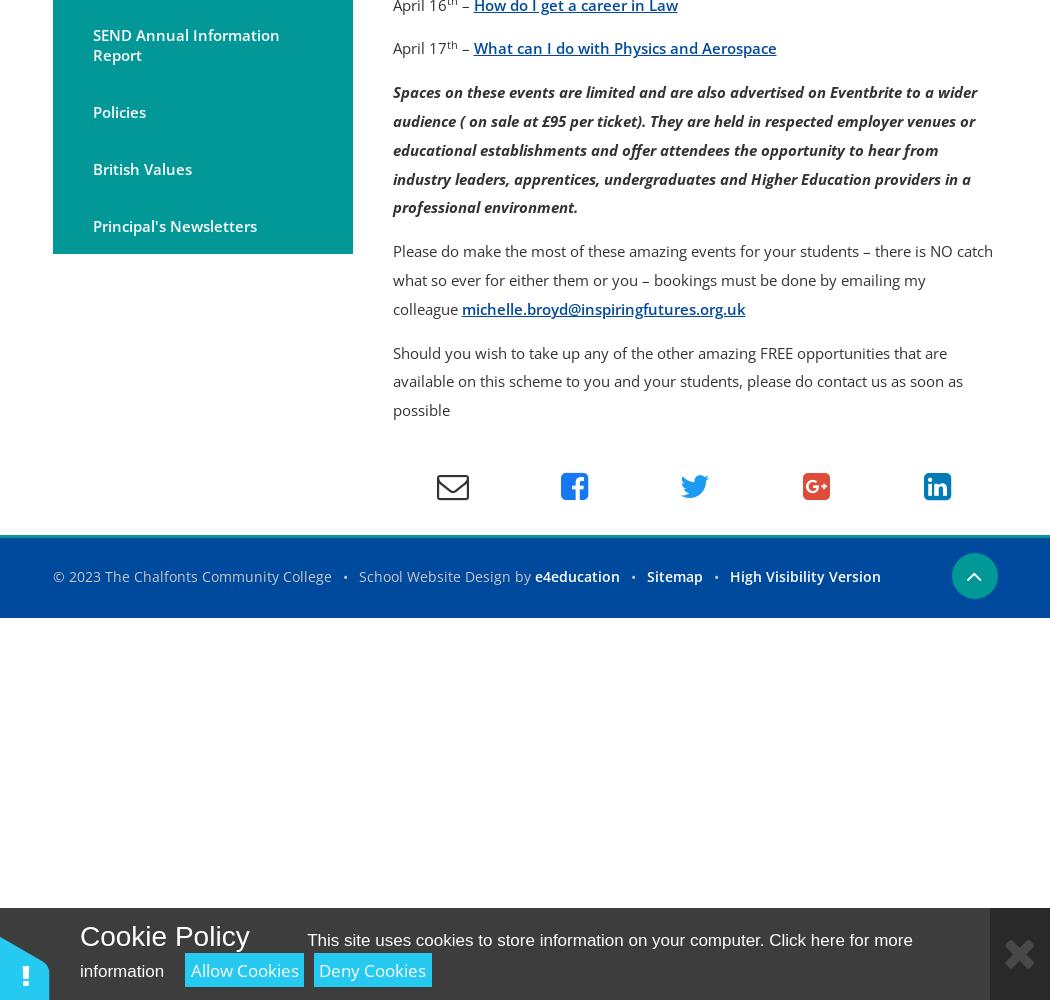 The image size is (1050, 1000). Describe the element at coordinates (677, 381) in the screenshot. I see `'Should you wish to take up any of the other amazing FREE opportunities that are available on this scheme to you and your students, please do contact us as soon as possible'` at that location.